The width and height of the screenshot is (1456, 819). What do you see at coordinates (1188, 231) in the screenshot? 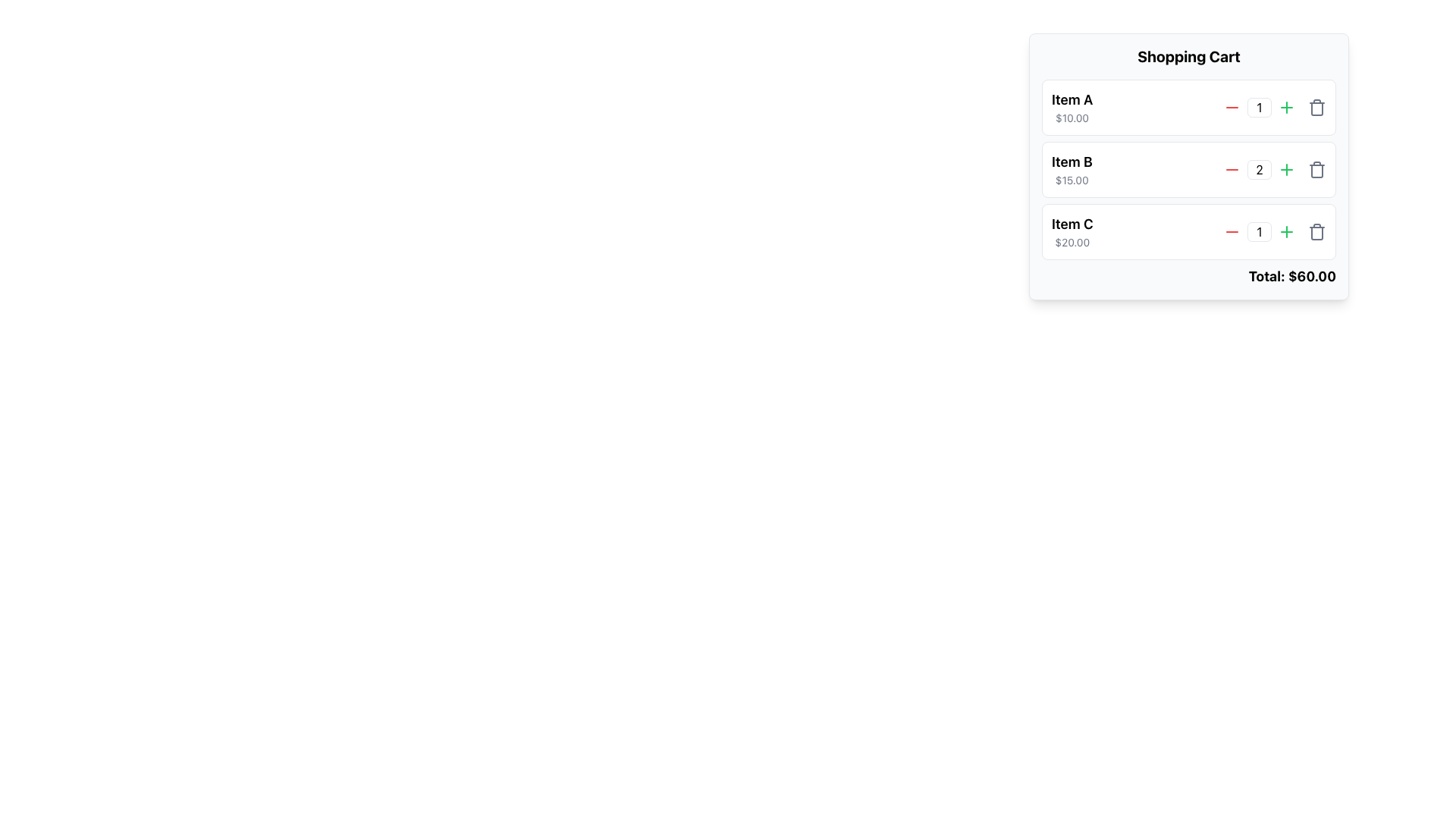
I see `the increment button for the third product item entry in the shopping cart to increase its quantity` at bounding box center [1188, 231].